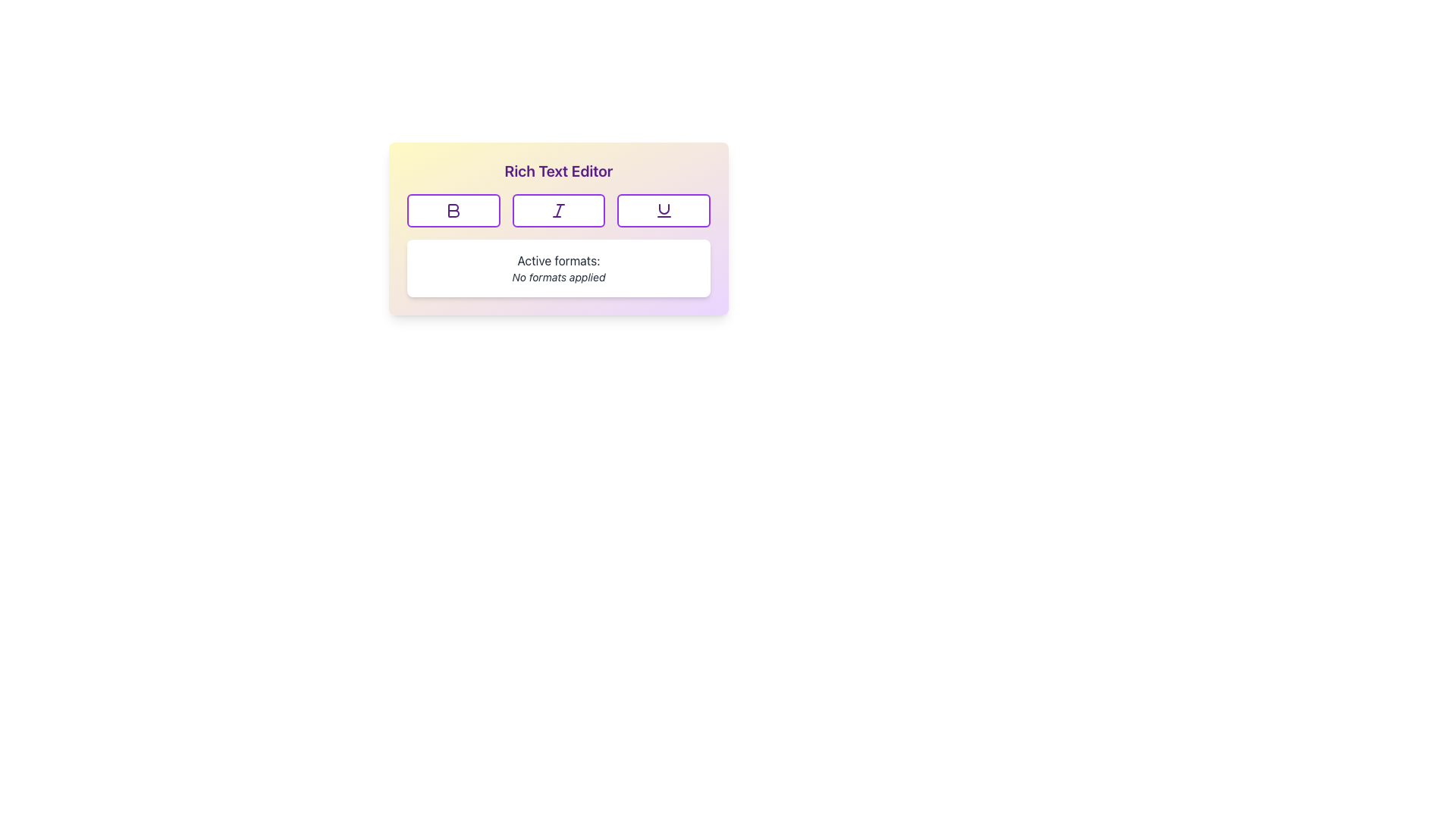 This screenshot has height=819, width=1456. I want to click on the formatting button in the Rich Text Editor, so click(558, 228).